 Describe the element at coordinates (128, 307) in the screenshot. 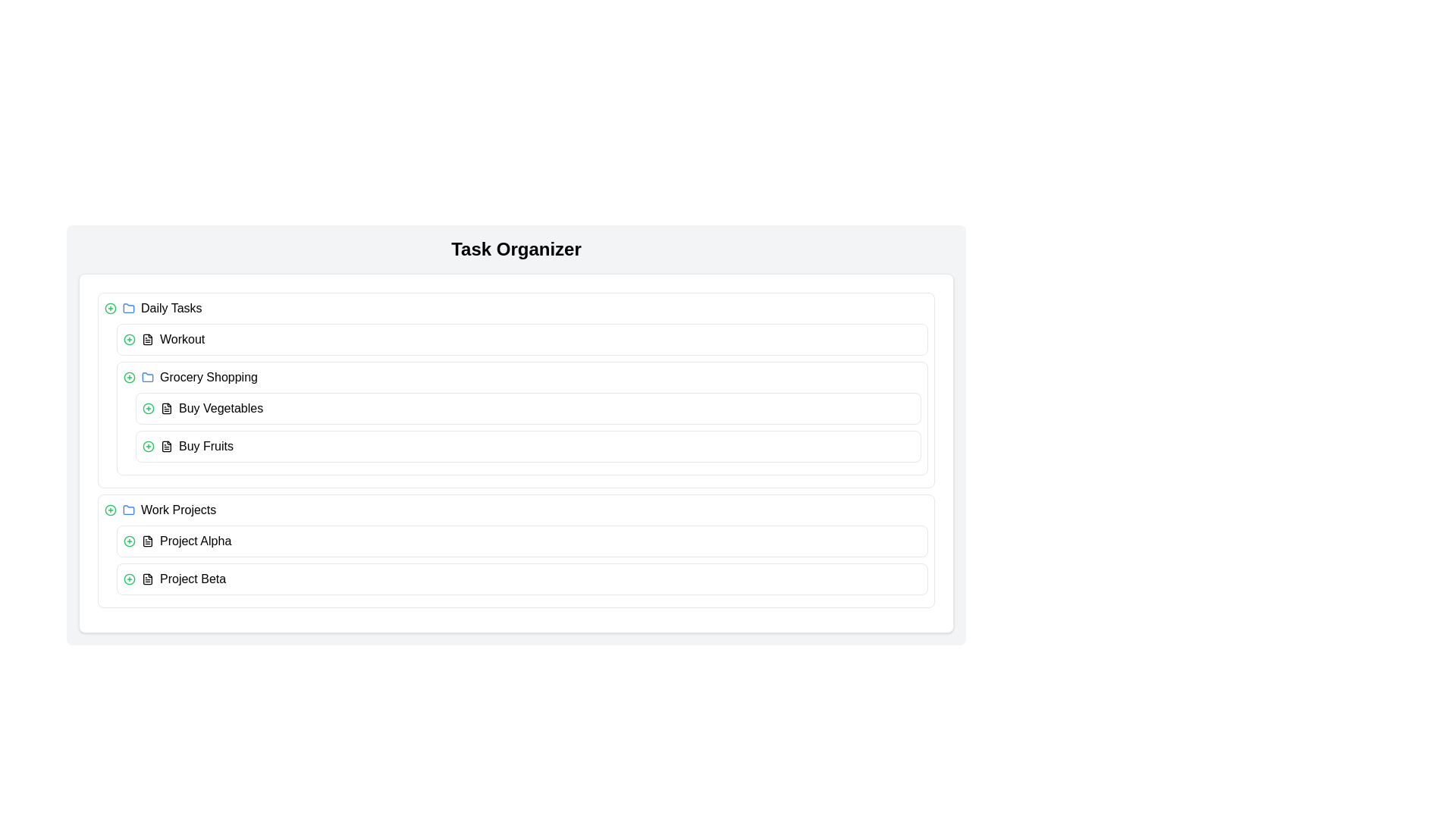

I see `the folder icon in the 'Work Projects' section of the Task Organizer application, which represents project categories such as 'Project Alpha' and 'Project Beta'` at that location.